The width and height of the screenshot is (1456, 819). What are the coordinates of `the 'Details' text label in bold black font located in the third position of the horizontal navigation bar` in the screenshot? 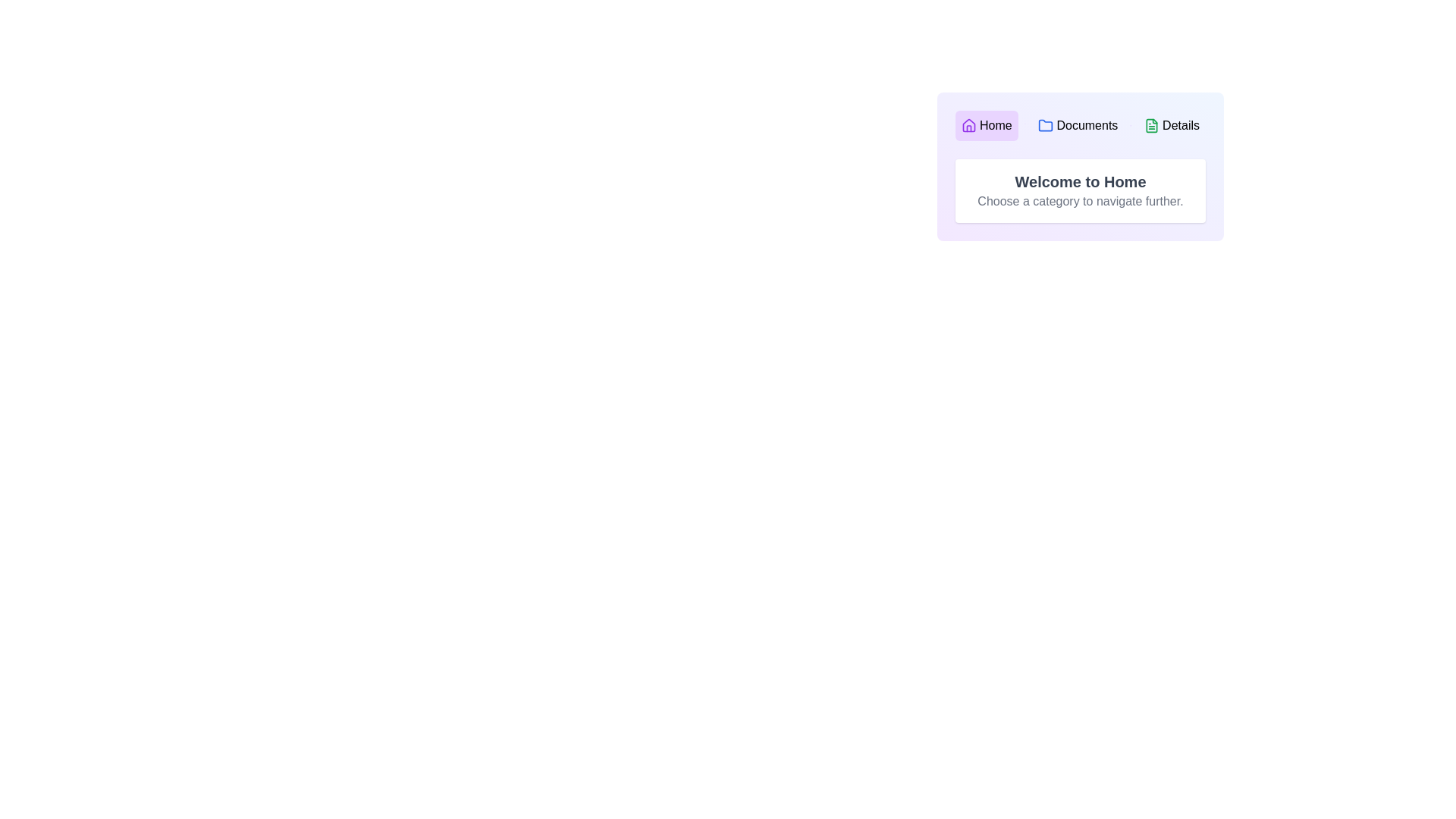 It's located at (1180, 124).